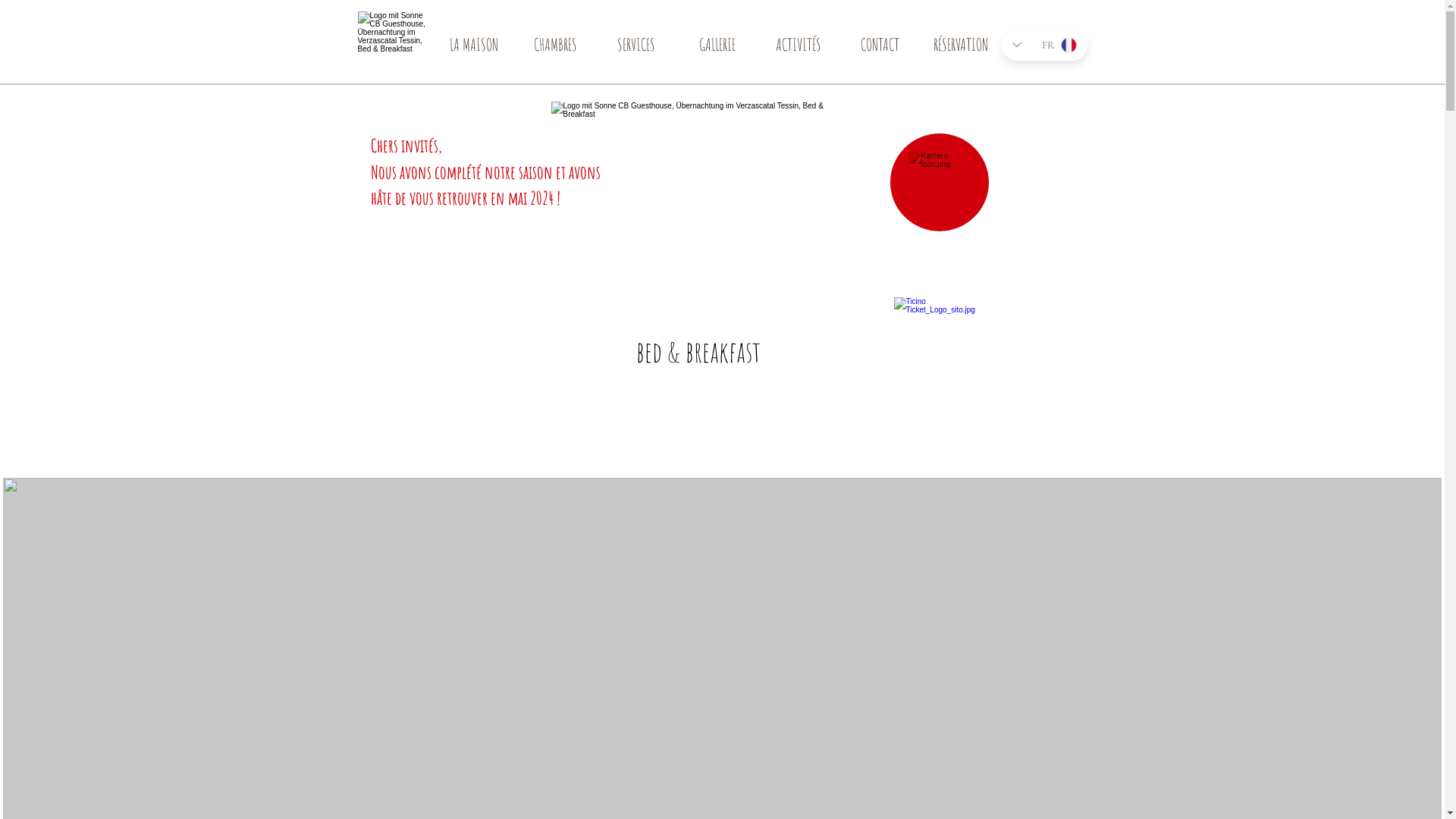  I want to click on 'LA MAISON', so click(472, 49).